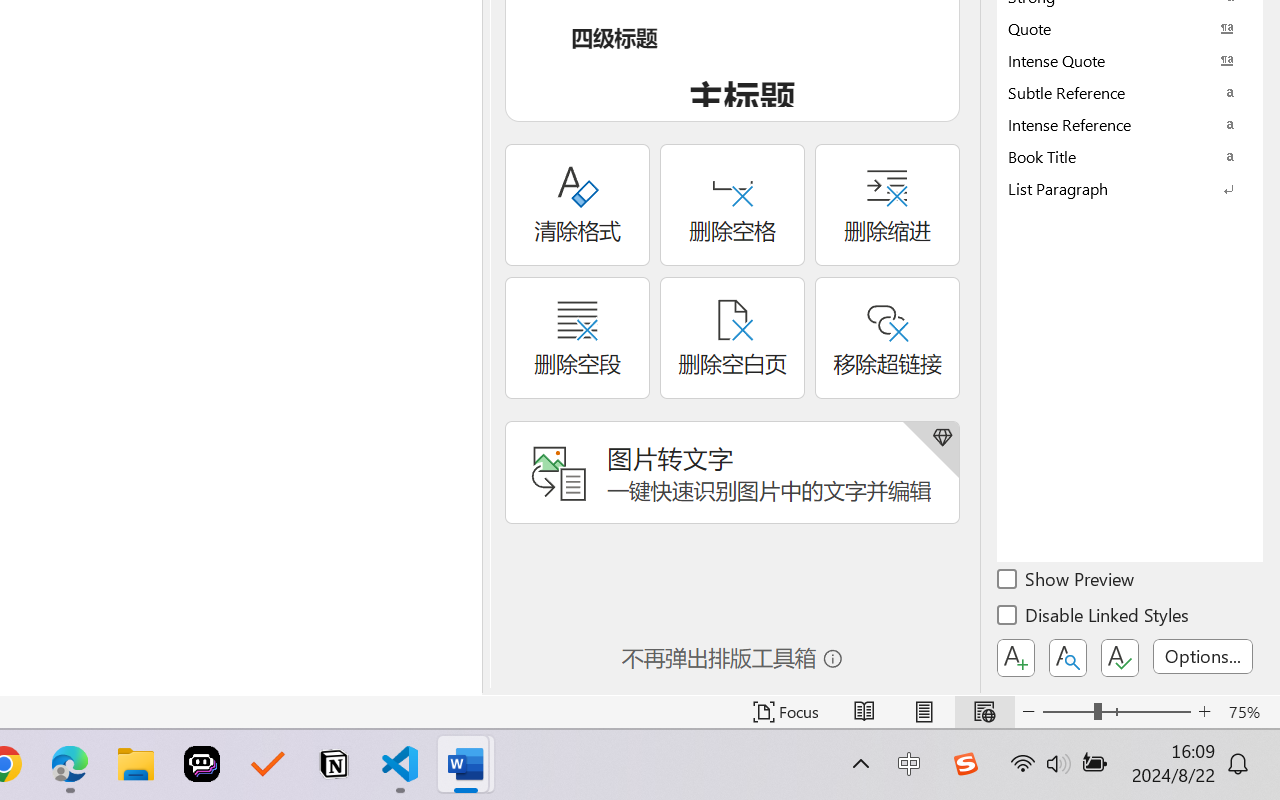  What do you see at coordinates (965, 764) in the screenshot?
I see `'Class: Image'` at bounding box center [965, 764].